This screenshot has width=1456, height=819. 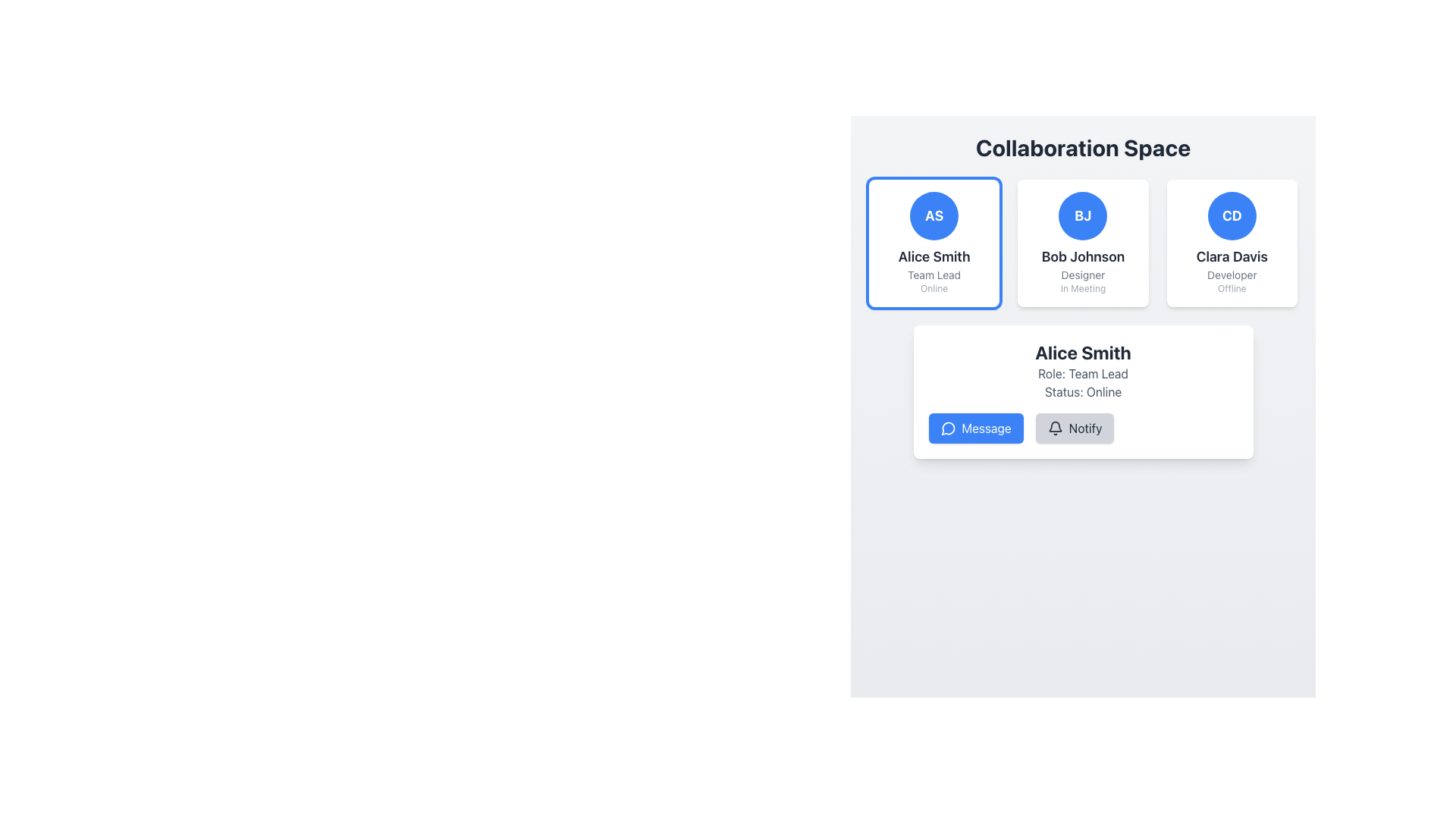 I want to click on the messaging button located in the bottom-left section of the interface for visual feedback, so click(x=976, y=428).